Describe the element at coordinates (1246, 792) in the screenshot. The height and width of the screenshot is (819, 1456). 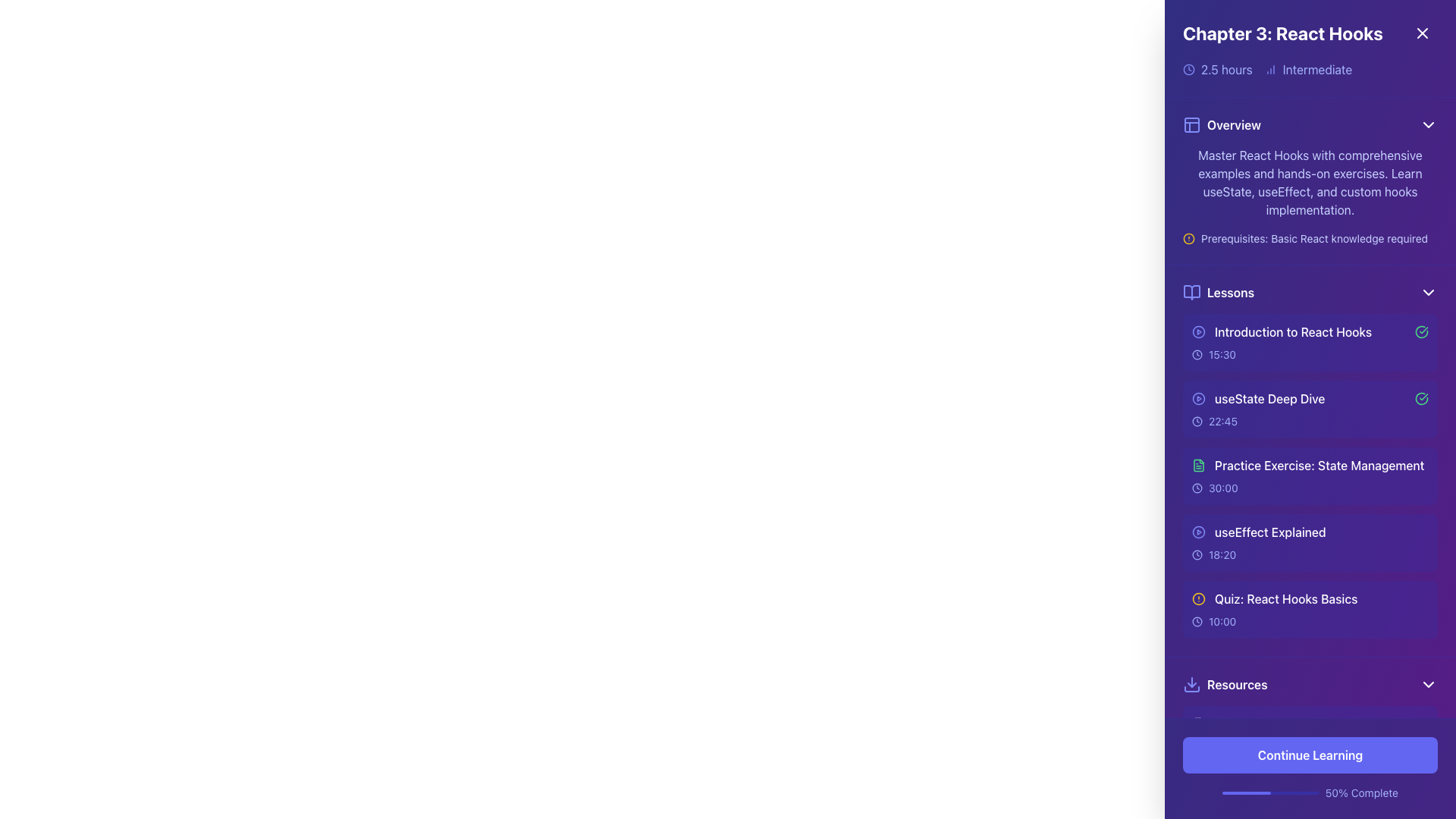
I see `the left half of the progress bar segment, which is a light-indigo filled rounded rectangle positioned within a darker indigo bar` at that location.